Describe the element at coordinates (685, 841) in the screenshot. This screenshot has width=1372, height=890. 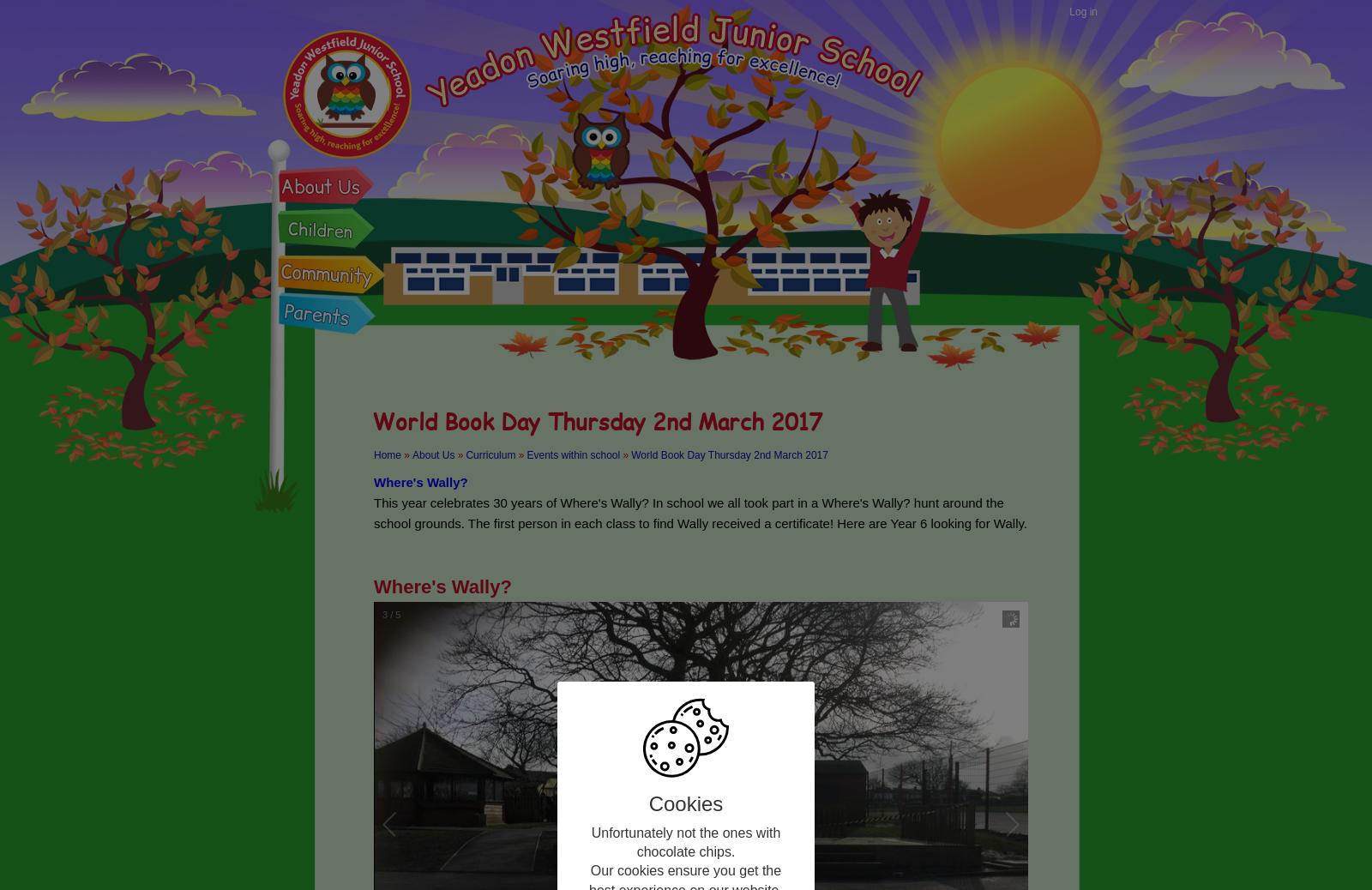
I see `'Unfortunately not the ones with chocolate chips.'` at that location.